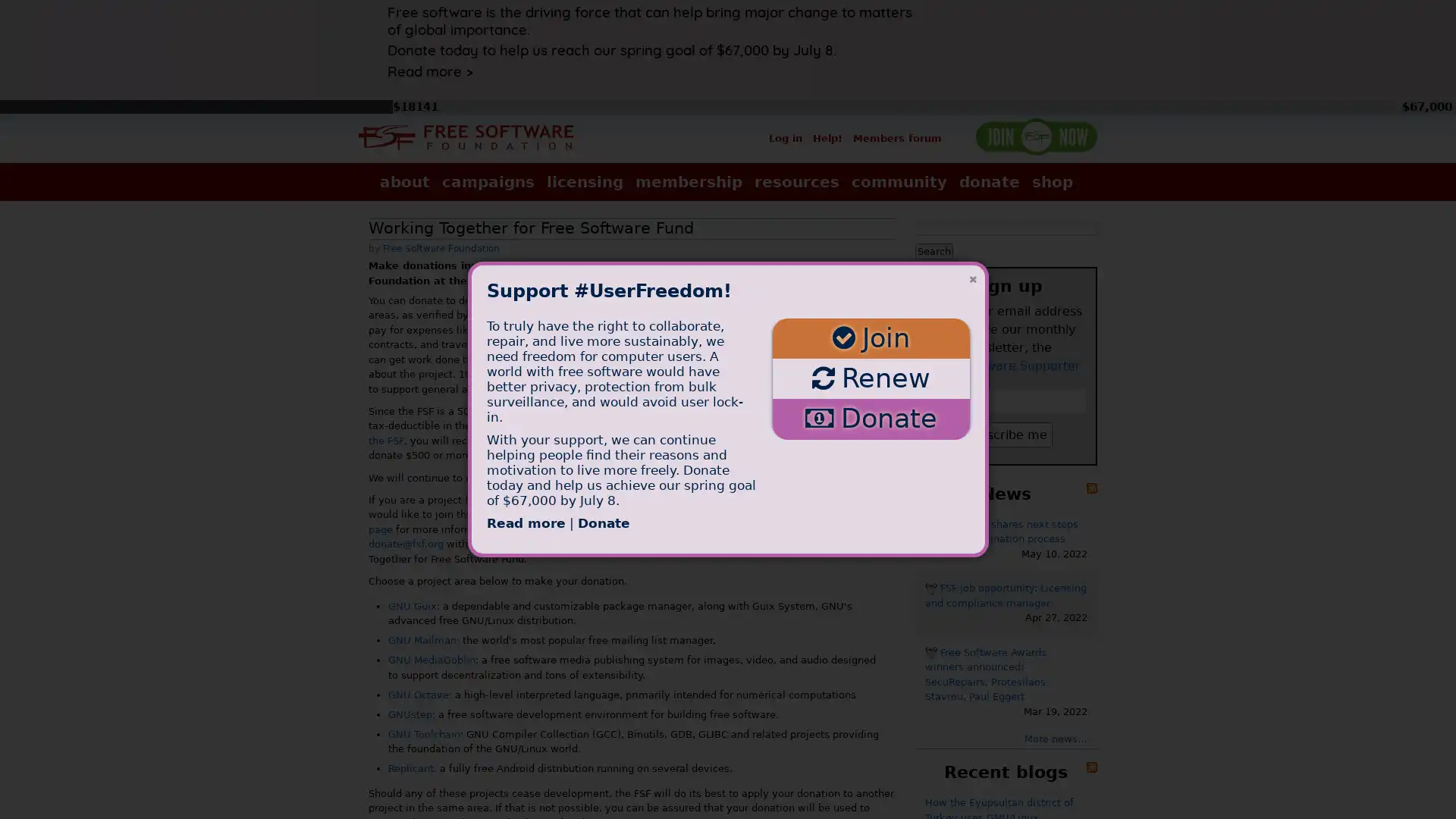  Describe the element at coordinates (934, 249) in the screenshot. I see `Search` at that location.